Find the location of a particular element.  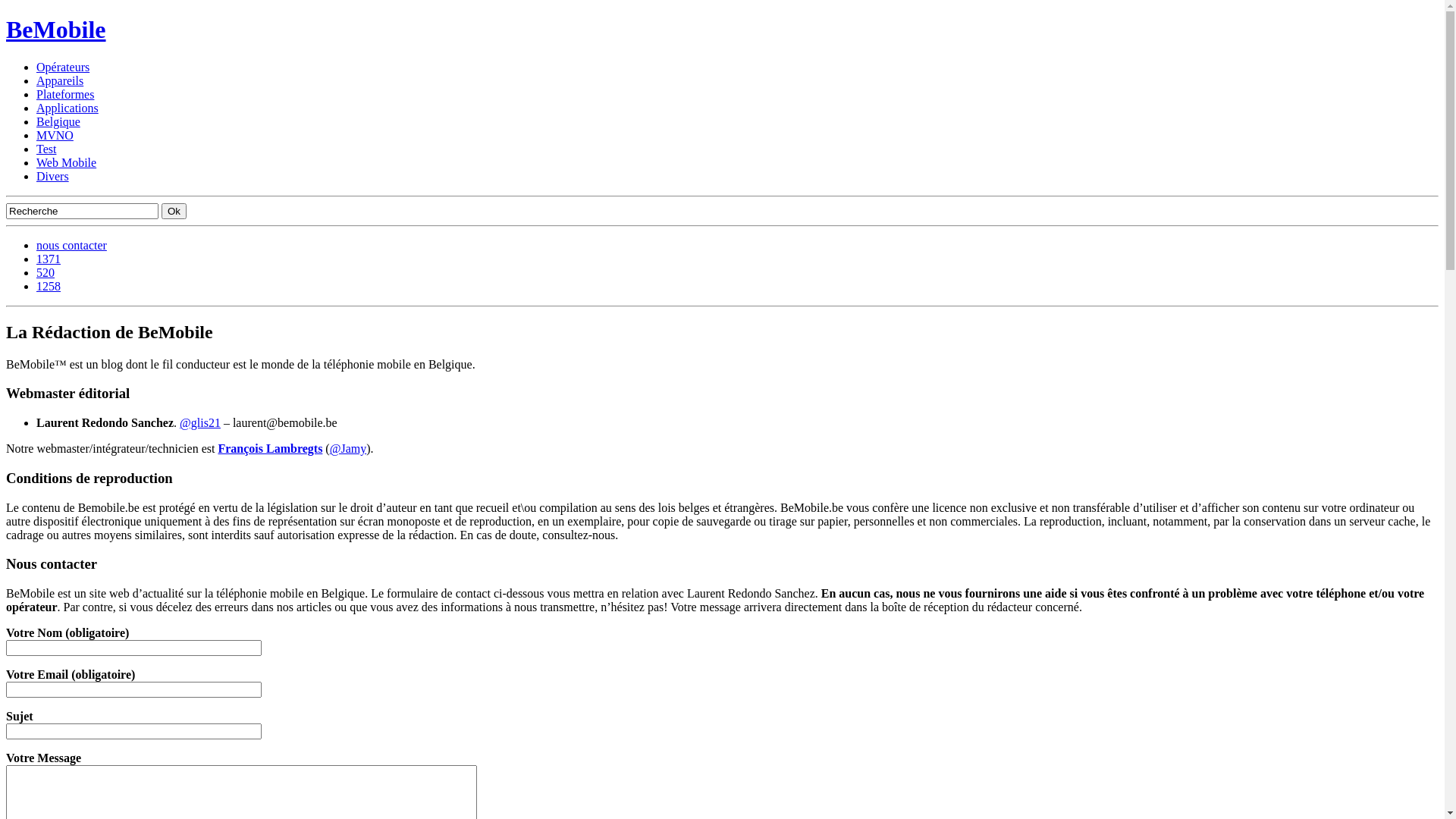

'520' is located at coordinates (45, 271).